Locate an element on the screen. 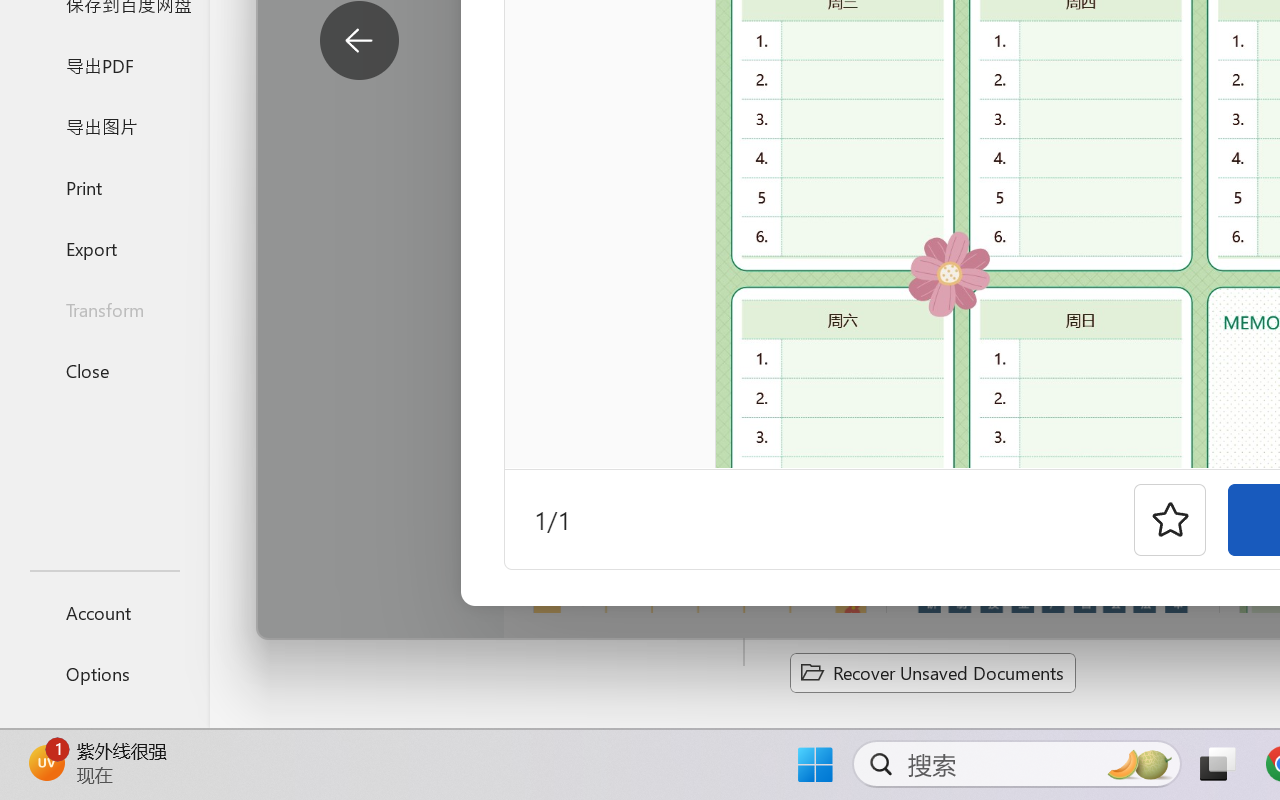 The width and height of the screenshot is (1280, 800). 'Account' is located at coordinates (103, 612).